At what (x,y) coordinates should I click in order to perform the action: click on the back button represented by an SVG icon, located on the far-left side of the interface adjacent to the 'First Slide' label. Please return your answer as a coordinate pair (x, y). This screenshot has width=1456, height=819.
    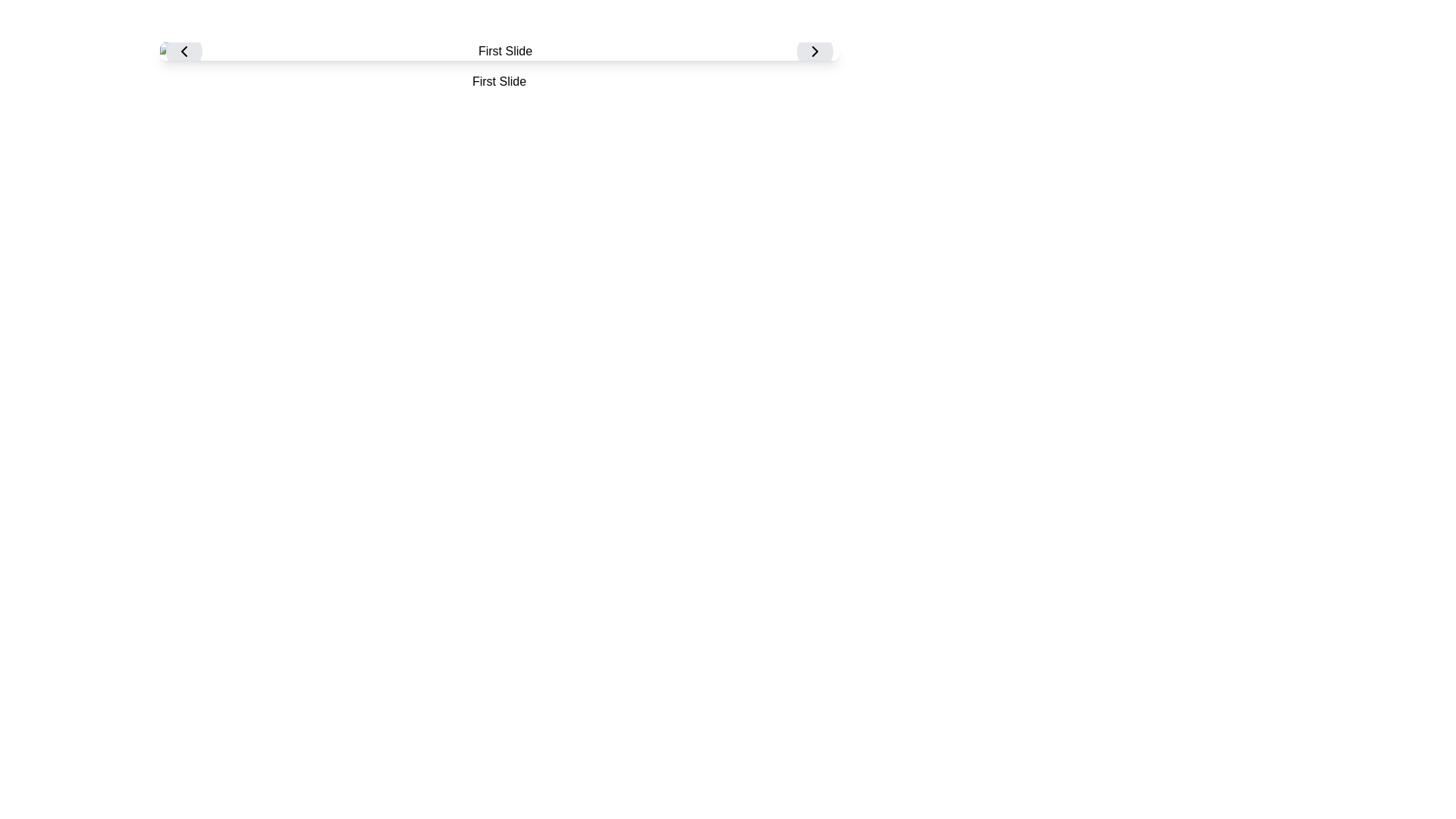
    Looking at the image, I should click on (183, 51).